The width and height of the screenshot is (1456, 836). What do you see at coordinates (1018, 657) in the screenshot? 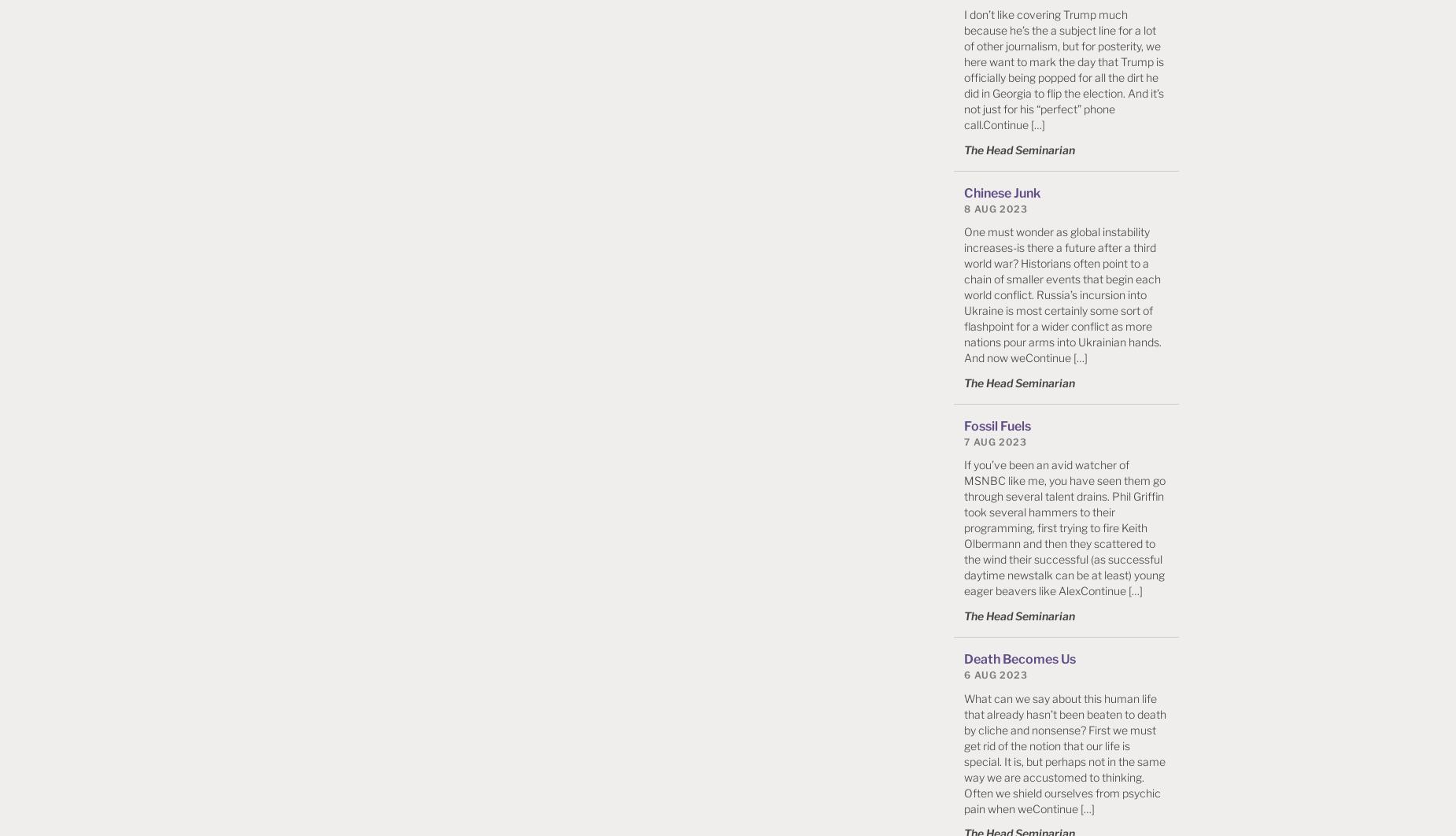
I see `'Death Becomes Us'` at bounding box center [1018, 657].